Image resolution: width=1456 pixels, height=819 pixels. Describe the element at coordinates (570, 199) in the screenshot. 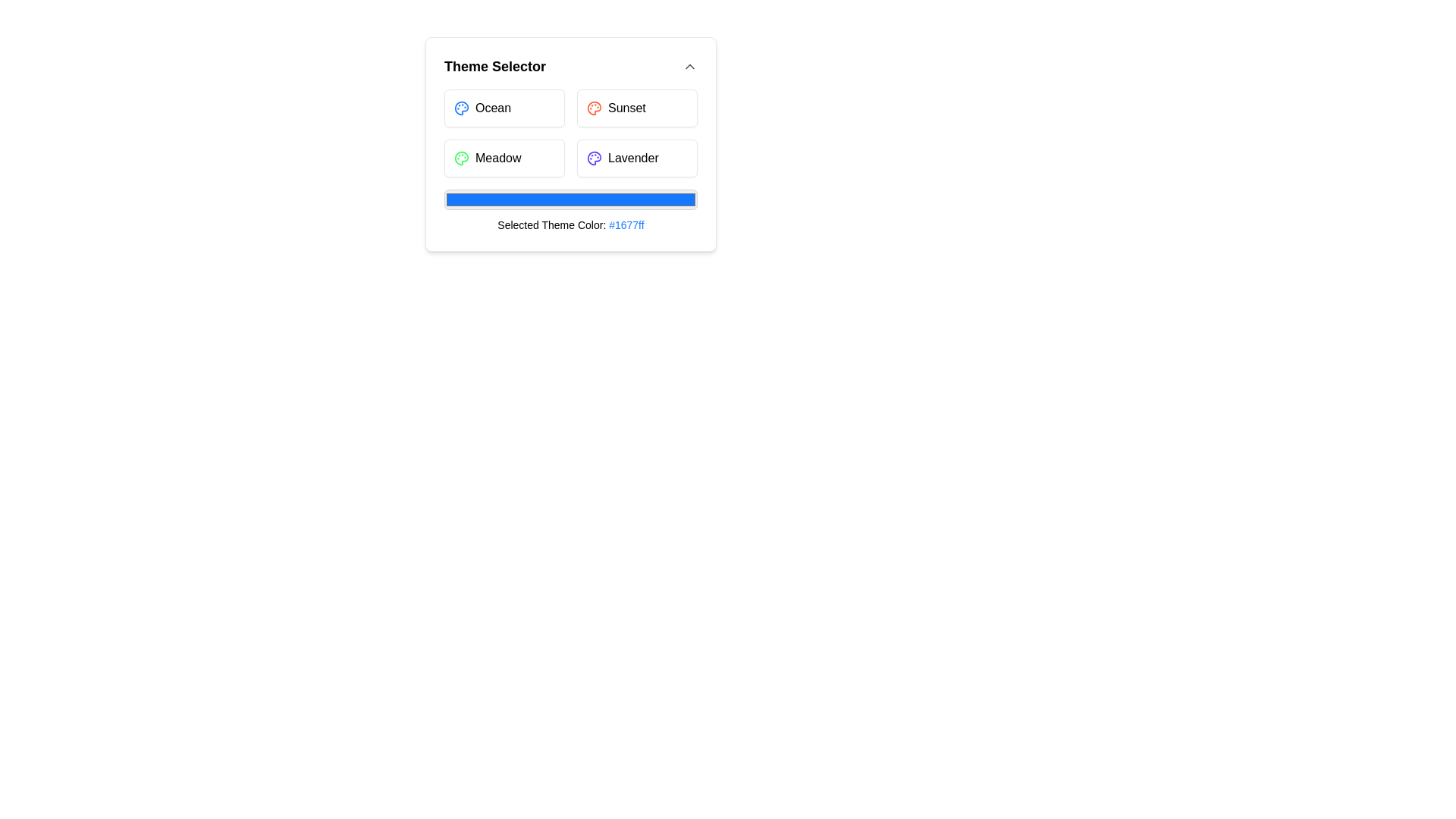

I see `the color input picker, which is a horizontally-oriented rectangular color selector with a strong blue shade, located below the text 'Selected Theme Color: #1677ff'` at that location.